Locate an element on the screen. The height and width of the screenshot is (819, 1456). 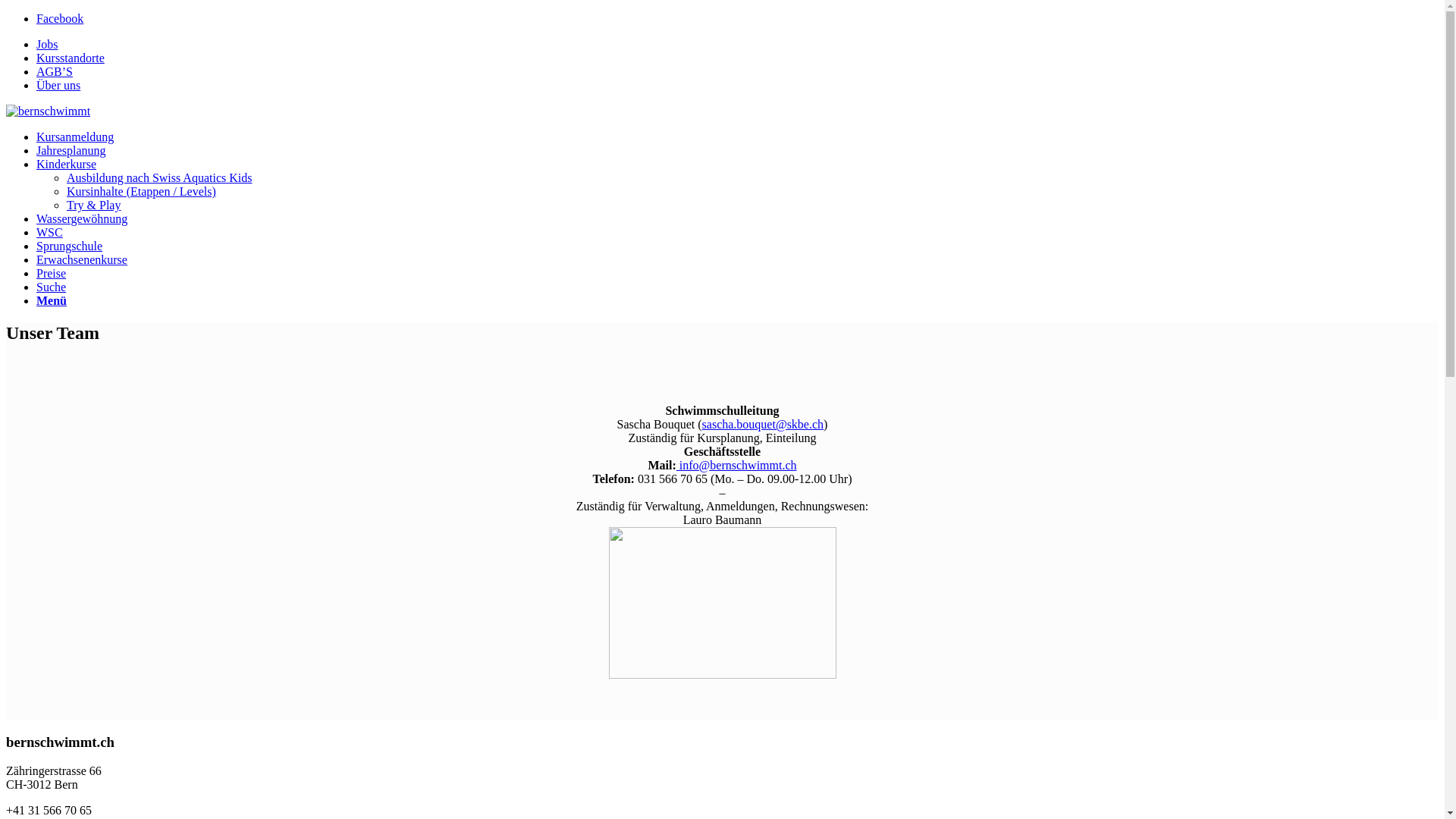
'Try & Play' is located at coordinates (93, 205).